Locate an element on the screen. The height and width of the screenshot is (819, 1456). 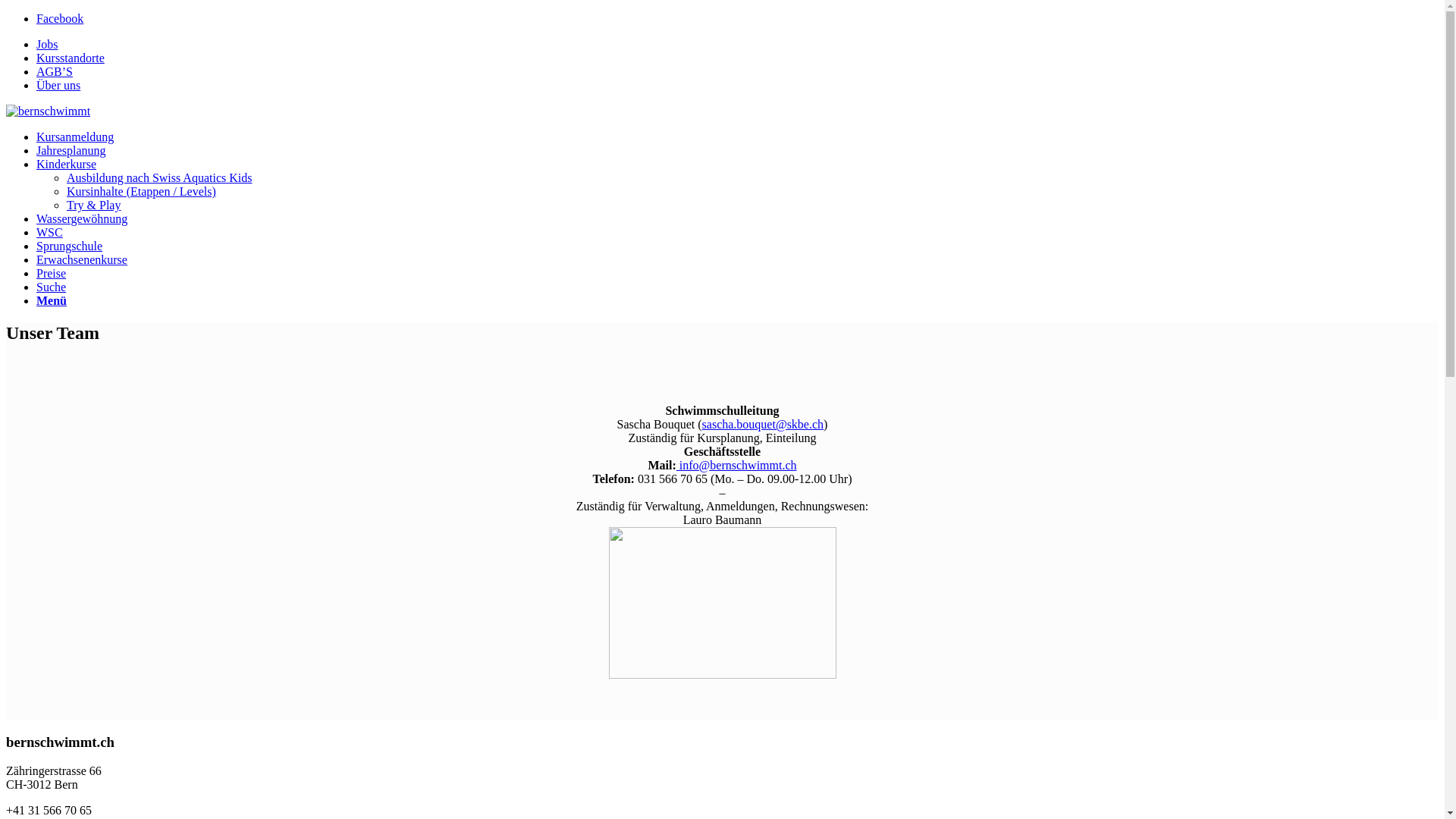
'Try & Play' is located at coordinates (93, 205).